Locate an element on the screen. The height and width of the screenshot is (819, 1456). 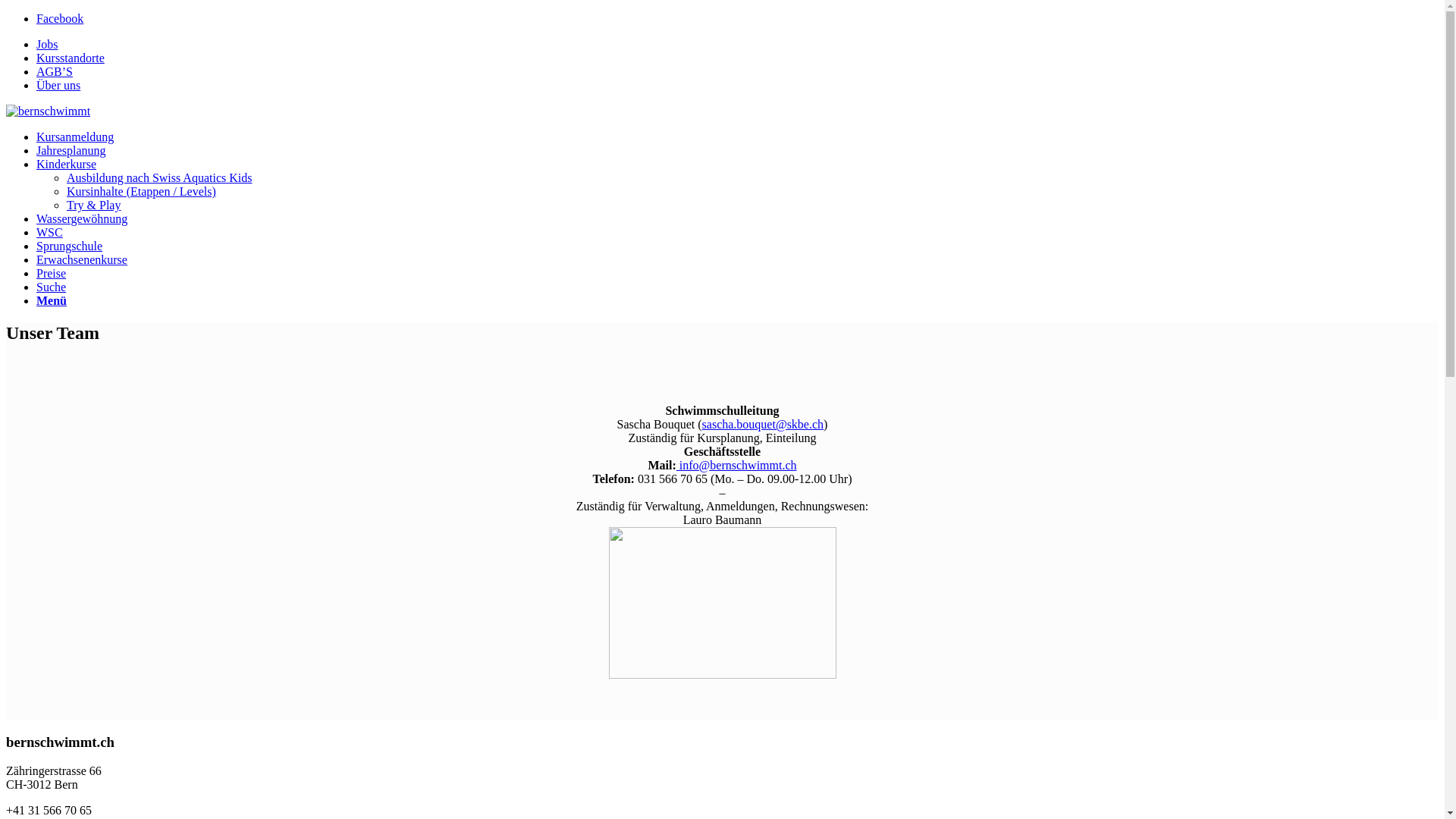
'Try & Play' is located at coordinates (93, 205).